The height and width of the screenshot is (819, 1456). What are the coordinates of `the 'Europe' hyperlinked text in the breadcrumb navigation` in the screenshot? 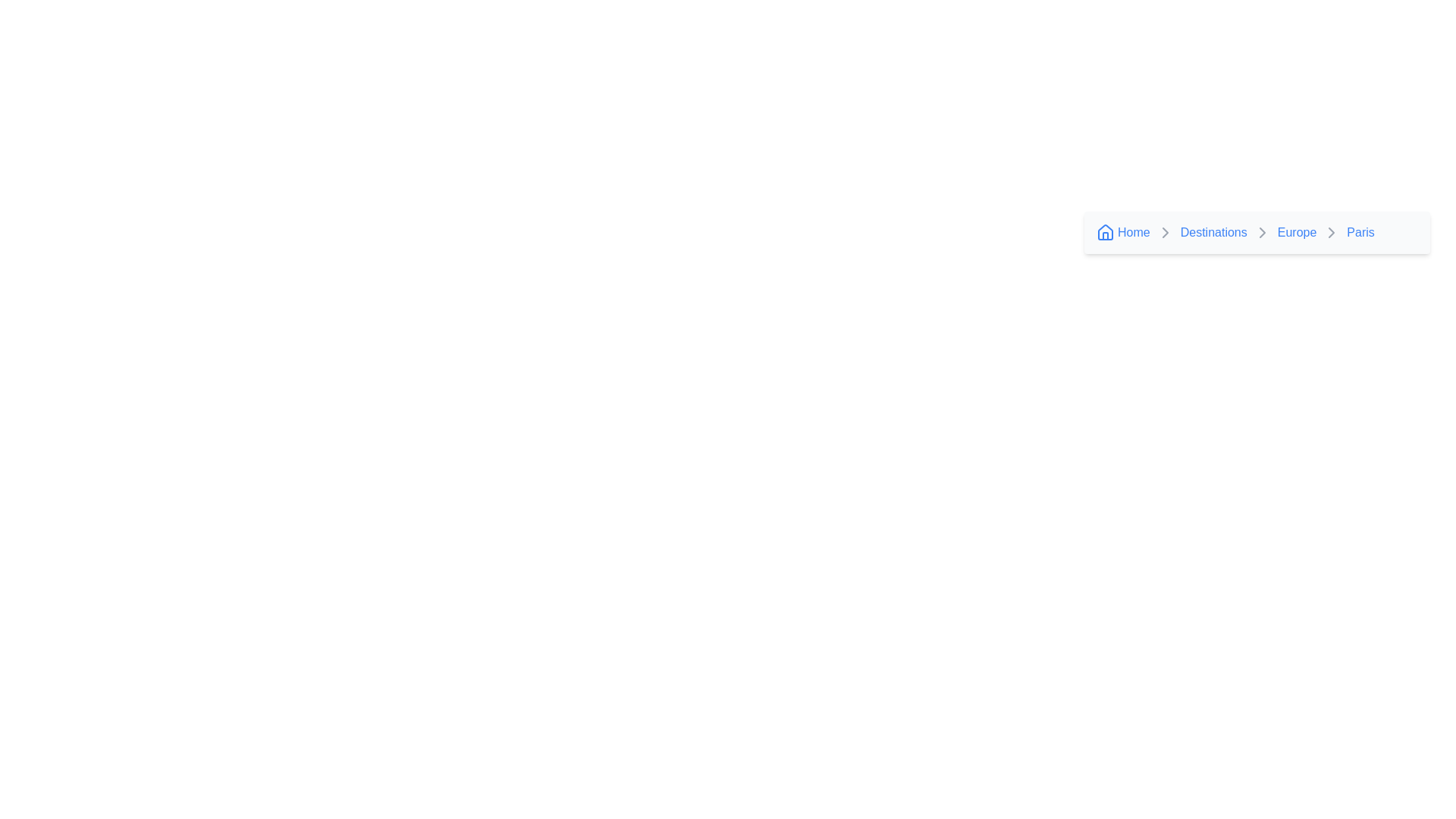 It's located at (1311, 233).